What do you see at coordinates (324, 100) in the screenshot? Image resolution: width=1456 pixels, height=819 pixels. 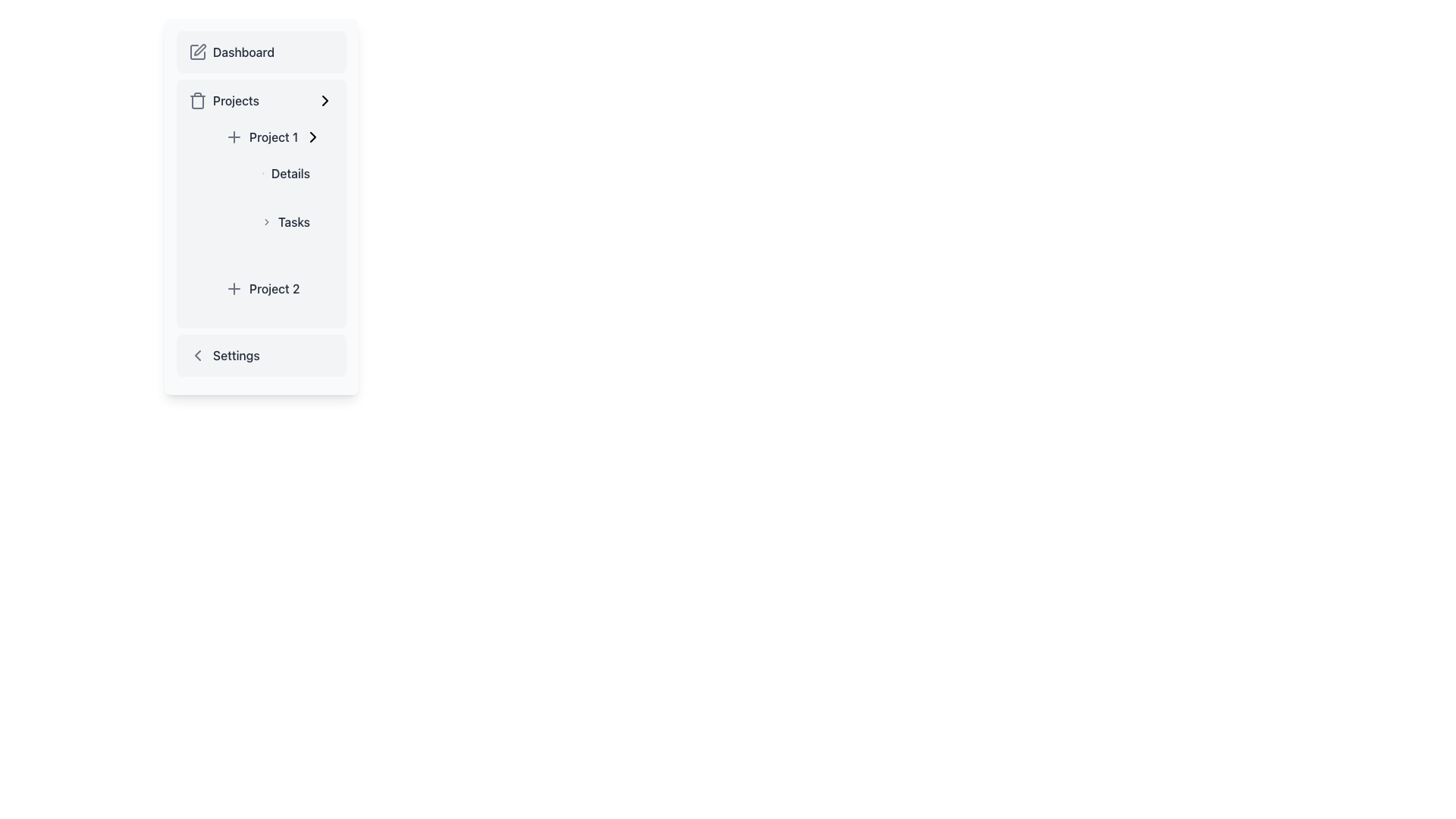 I see `the Chevron Icon, which serves as an expandable/collapsible indicator for the 'Projects' section` at bounding box center [324, 100].